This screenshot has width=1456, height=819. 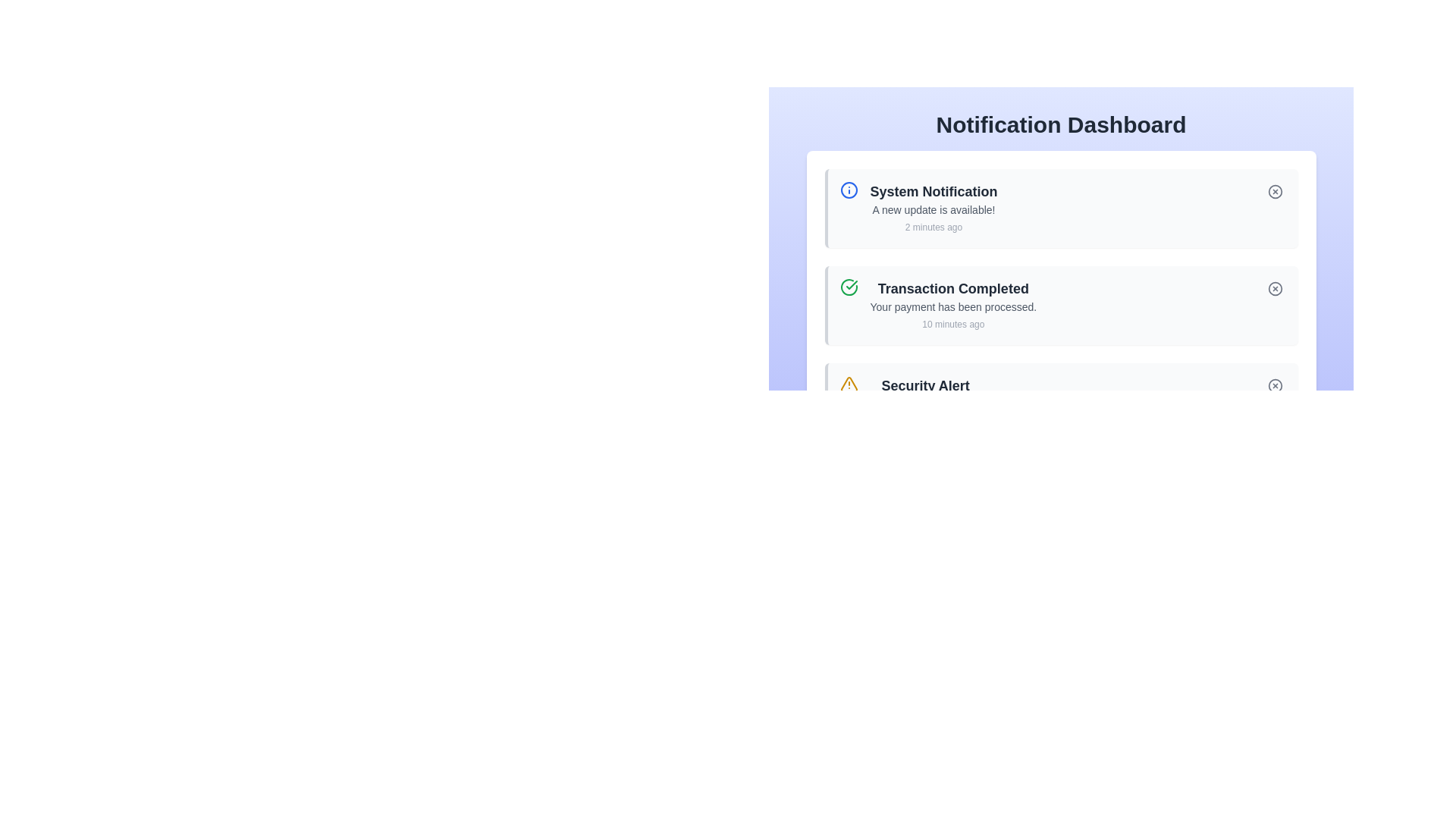 I want to click on the 'System Notification' text block in the first notification card, so click(x=933, y=208).